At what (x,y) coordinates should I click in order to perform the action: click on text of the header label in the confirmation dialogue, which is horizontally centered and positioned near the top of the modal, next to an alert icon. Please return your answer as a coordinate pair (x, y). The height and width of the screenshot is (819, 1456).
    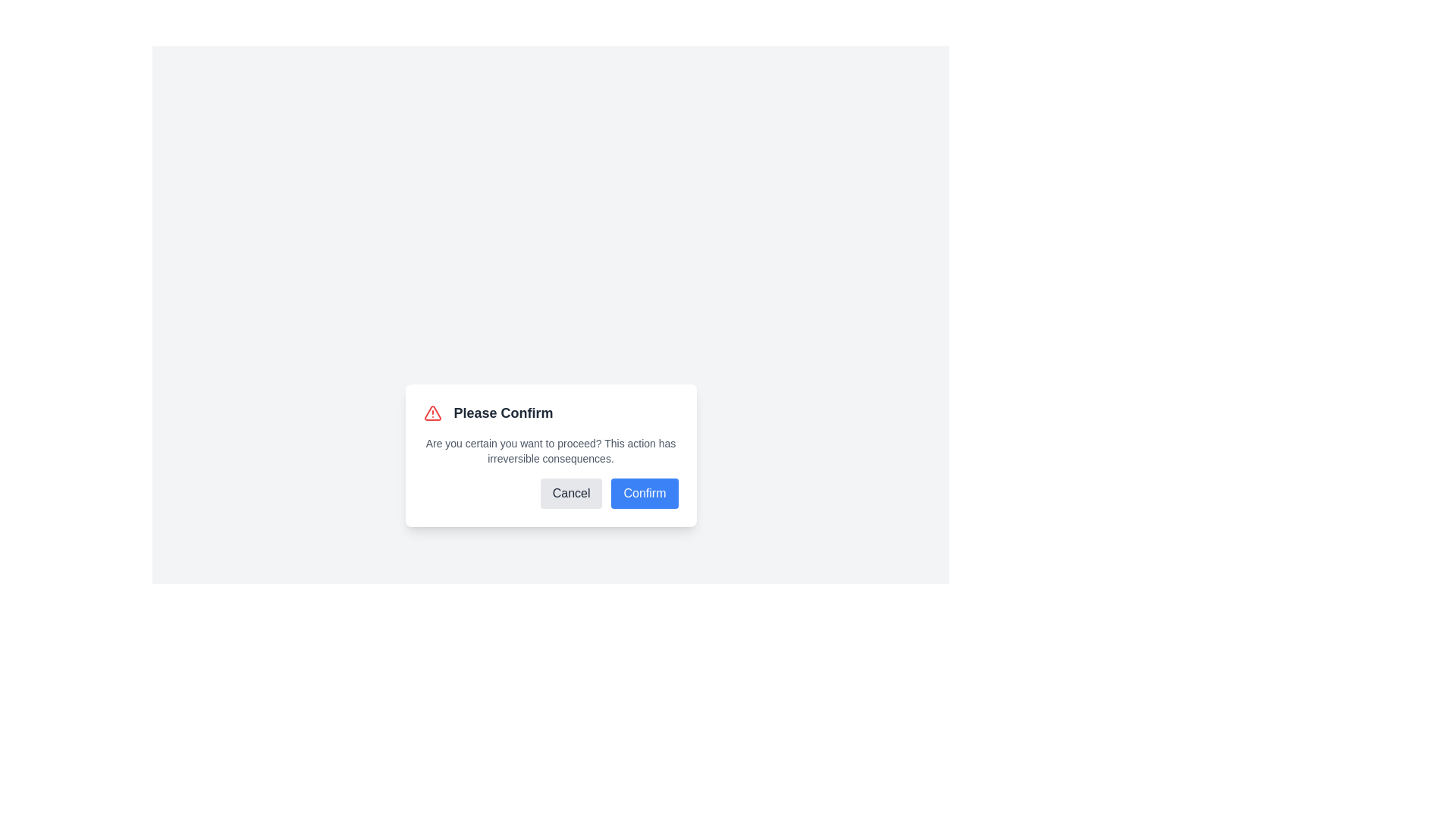
    Looking at the image, I should click on (503, 413).